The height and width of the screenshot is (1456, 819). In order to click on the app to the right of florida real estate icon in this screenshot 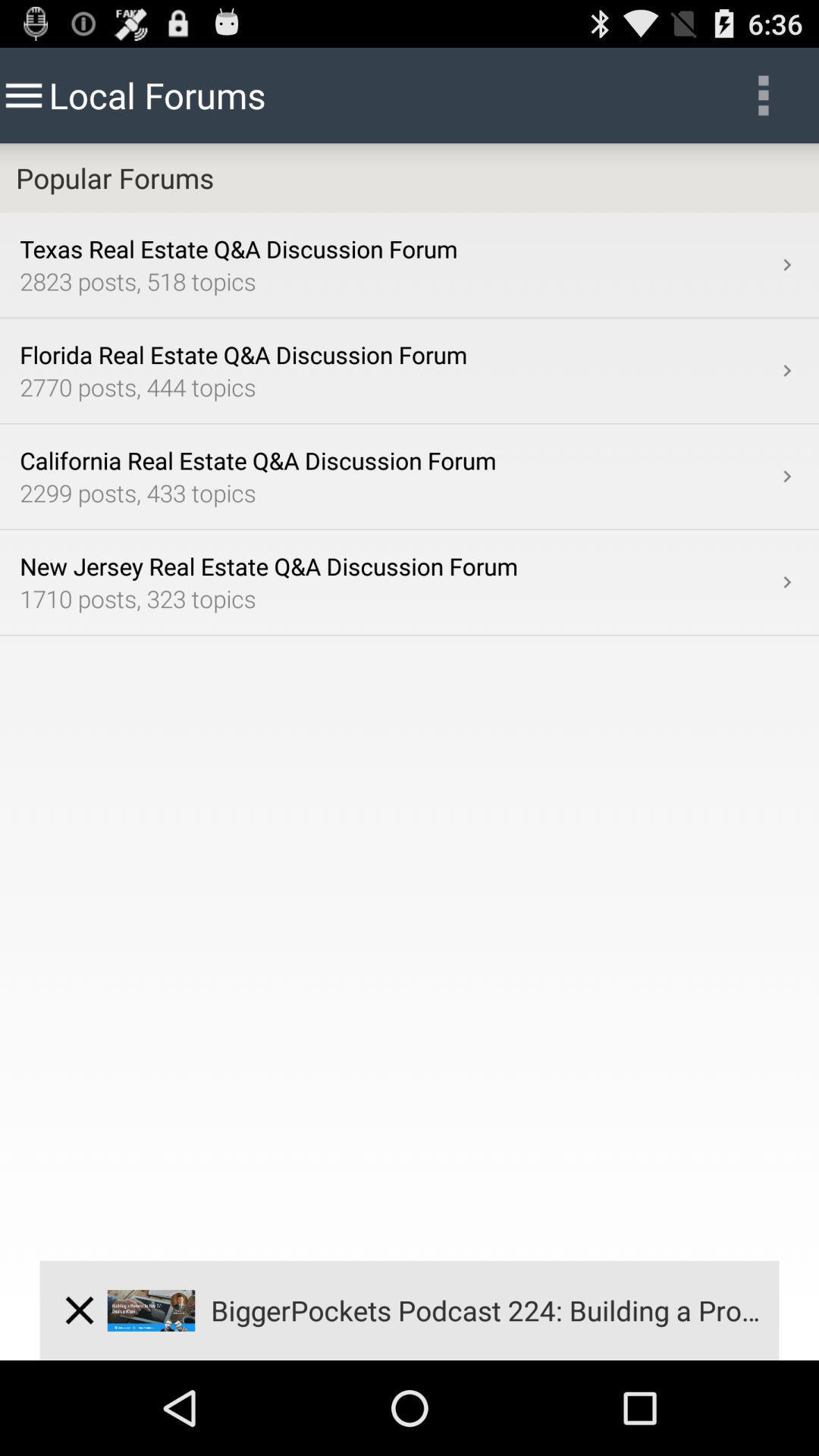, I will do `click(786, 371)`.